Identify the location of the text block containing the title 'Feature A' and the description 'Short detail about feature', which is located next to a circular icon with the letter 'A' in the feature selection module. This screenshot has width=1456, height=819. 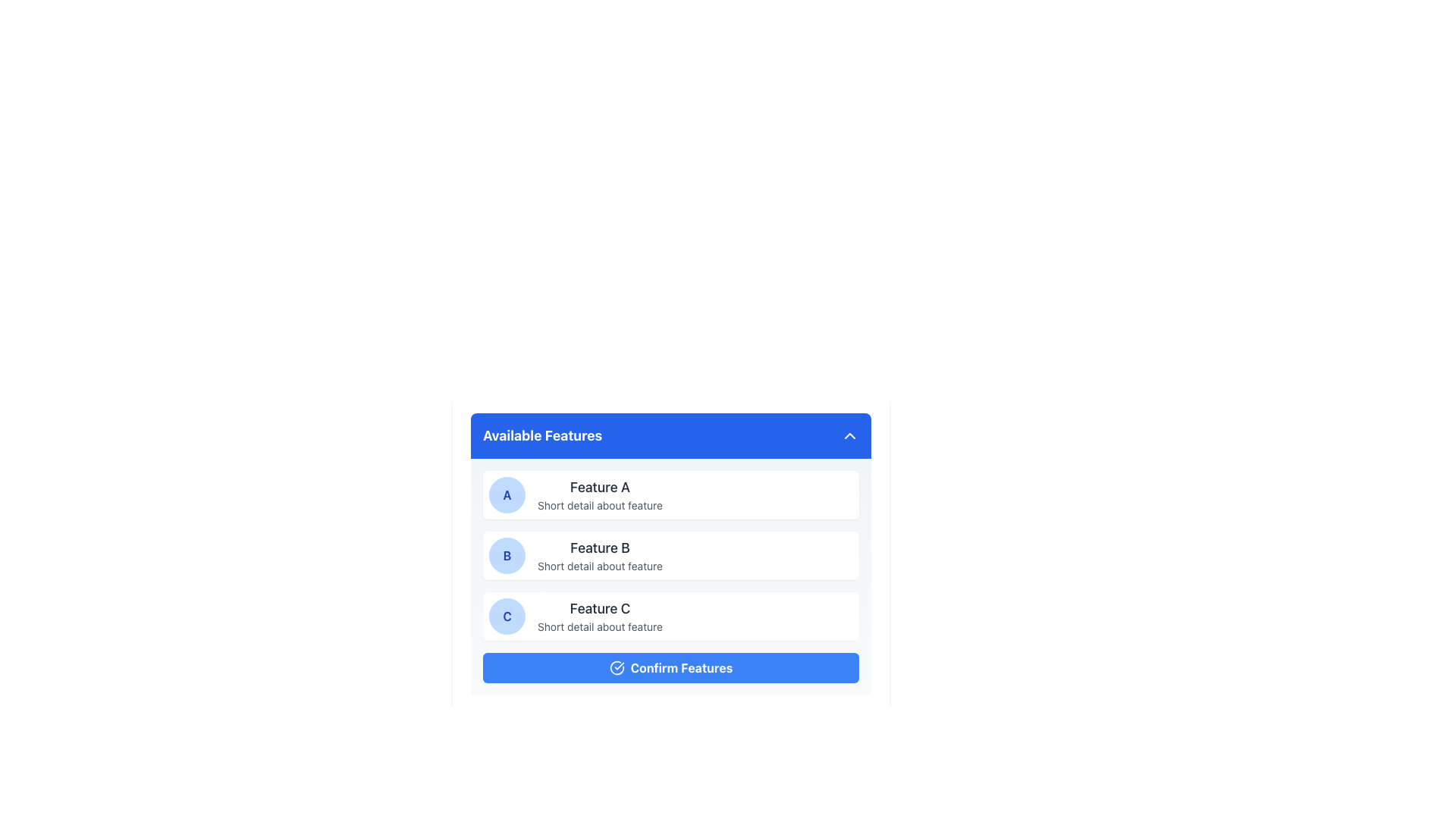
(599, 494).